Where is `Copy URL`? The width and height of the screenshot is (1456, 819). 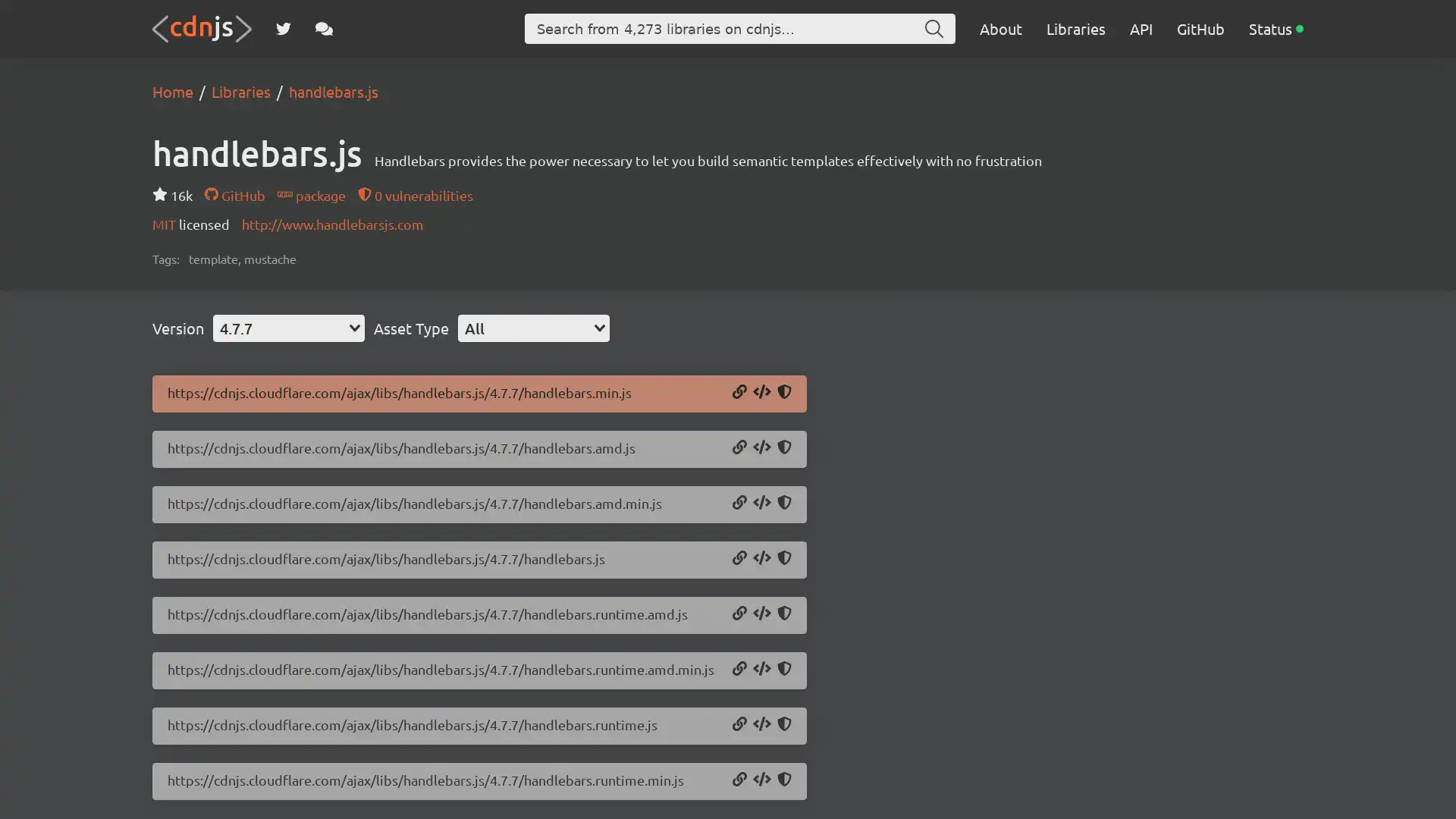 Copy URL is located at coordinates (739, 447).